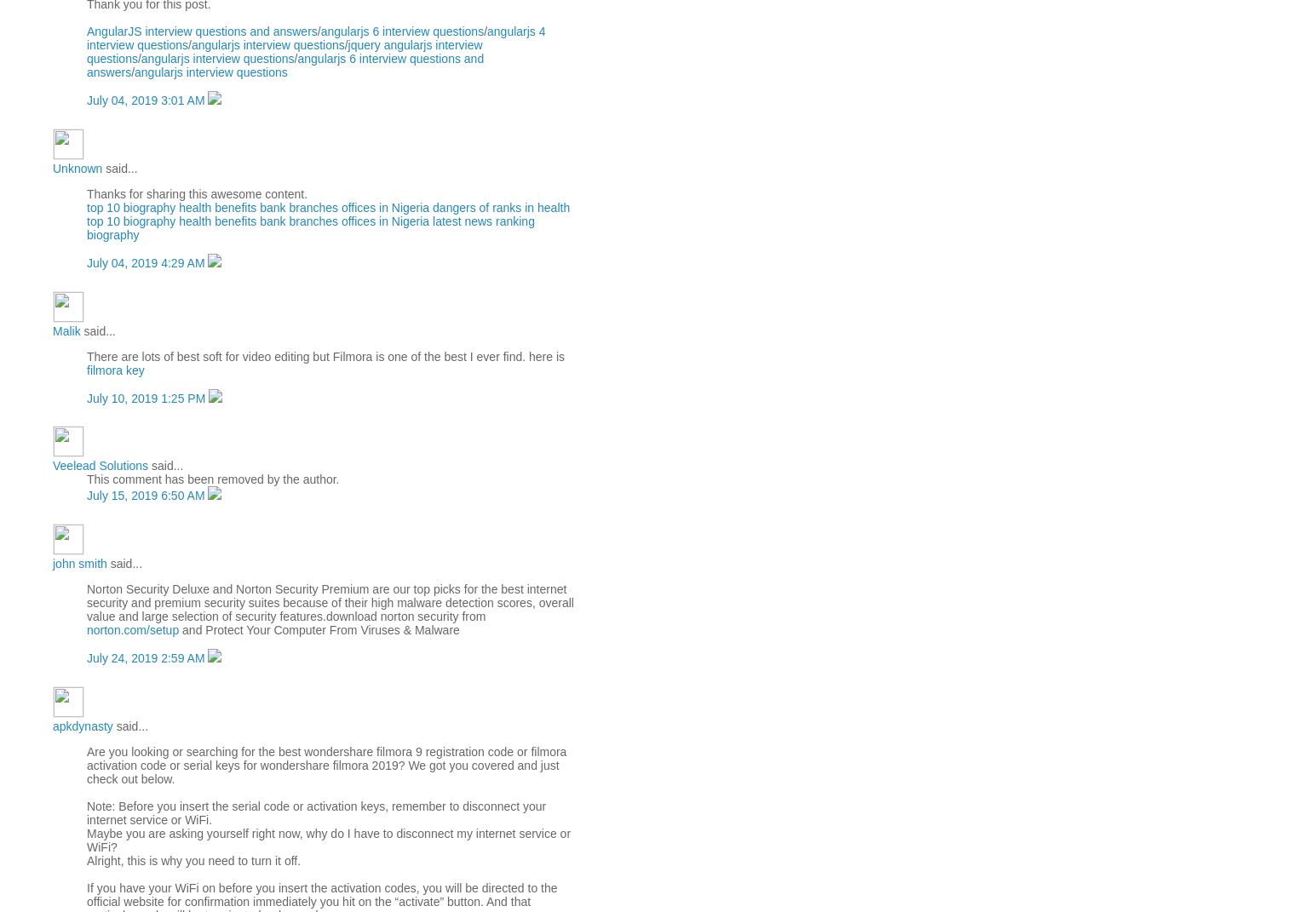  Describe the element at coordinates (325, 356) in the screenshot. I see `'There are lots of best soft for video editing but Filmora is one of the best I ever find. here is'` at that location.